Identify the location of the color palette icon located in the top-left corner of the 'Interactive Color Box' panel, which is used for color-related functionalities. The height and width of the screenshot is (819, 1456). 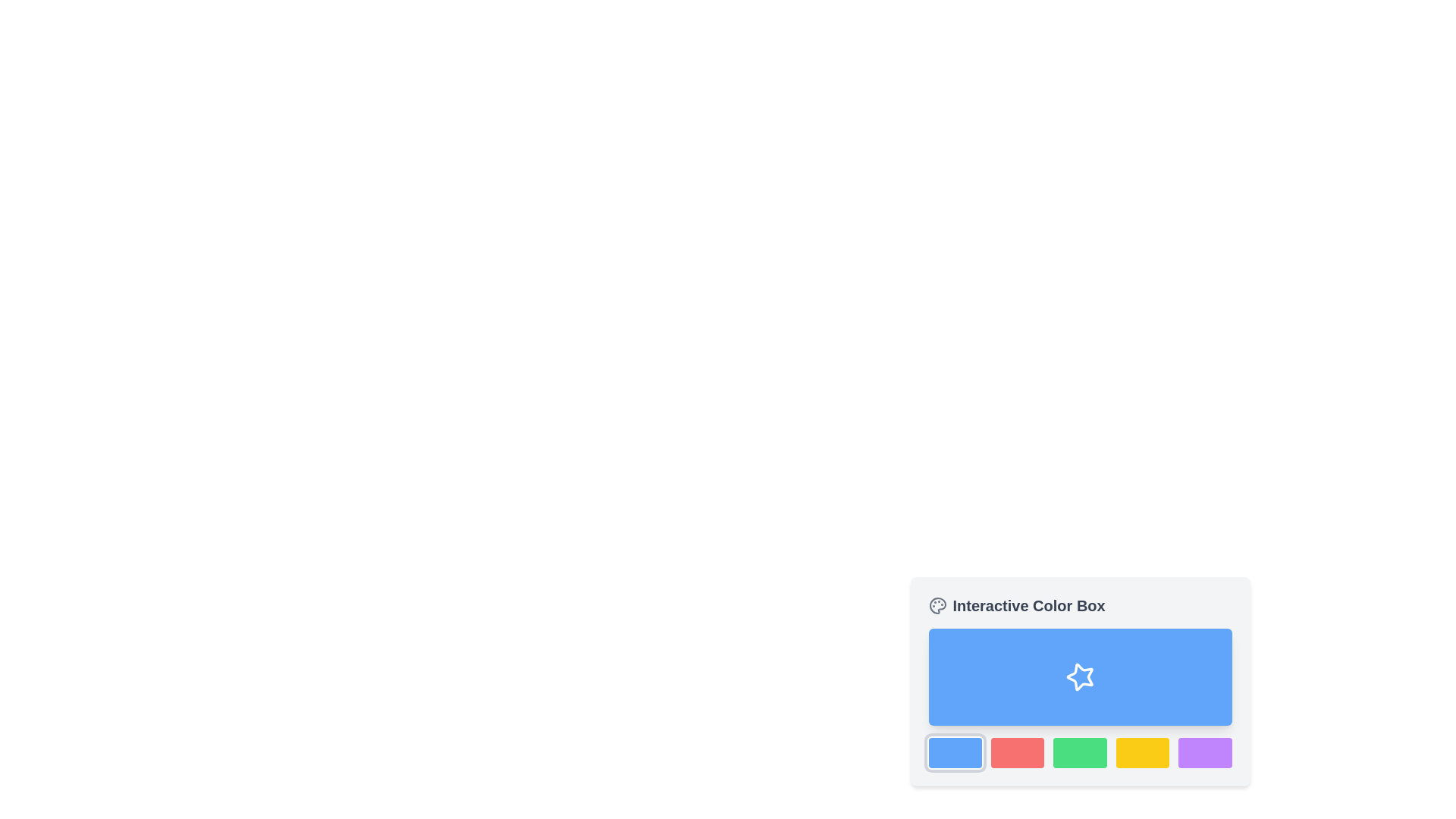
(937, 604).